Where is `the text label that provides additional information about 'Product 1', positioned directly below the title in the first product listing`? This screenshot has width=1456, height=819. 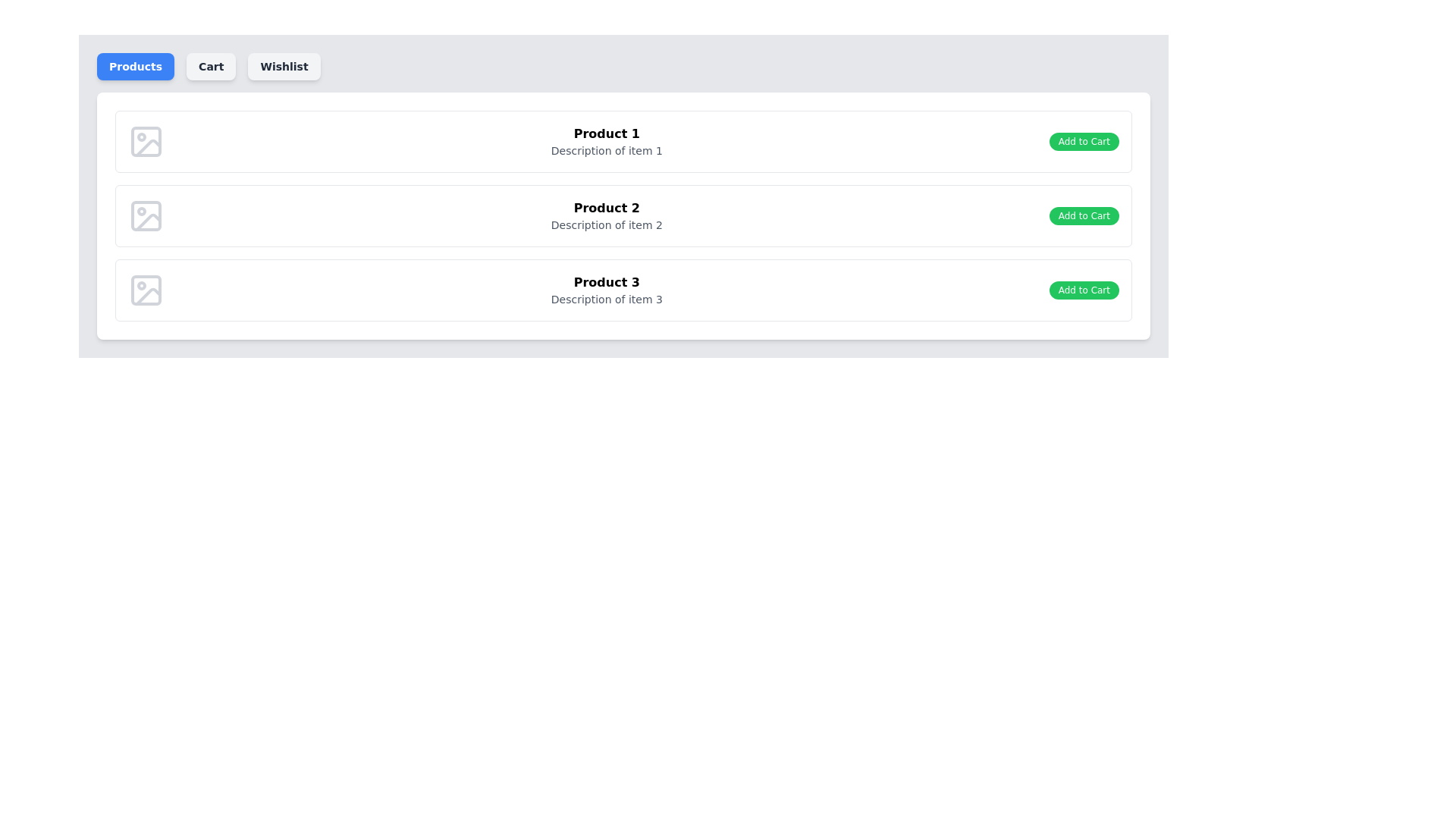
the text label that provides additional information about 'Product 1', positioned directly below the title in the first product listing is located at coordinates (607, 151).